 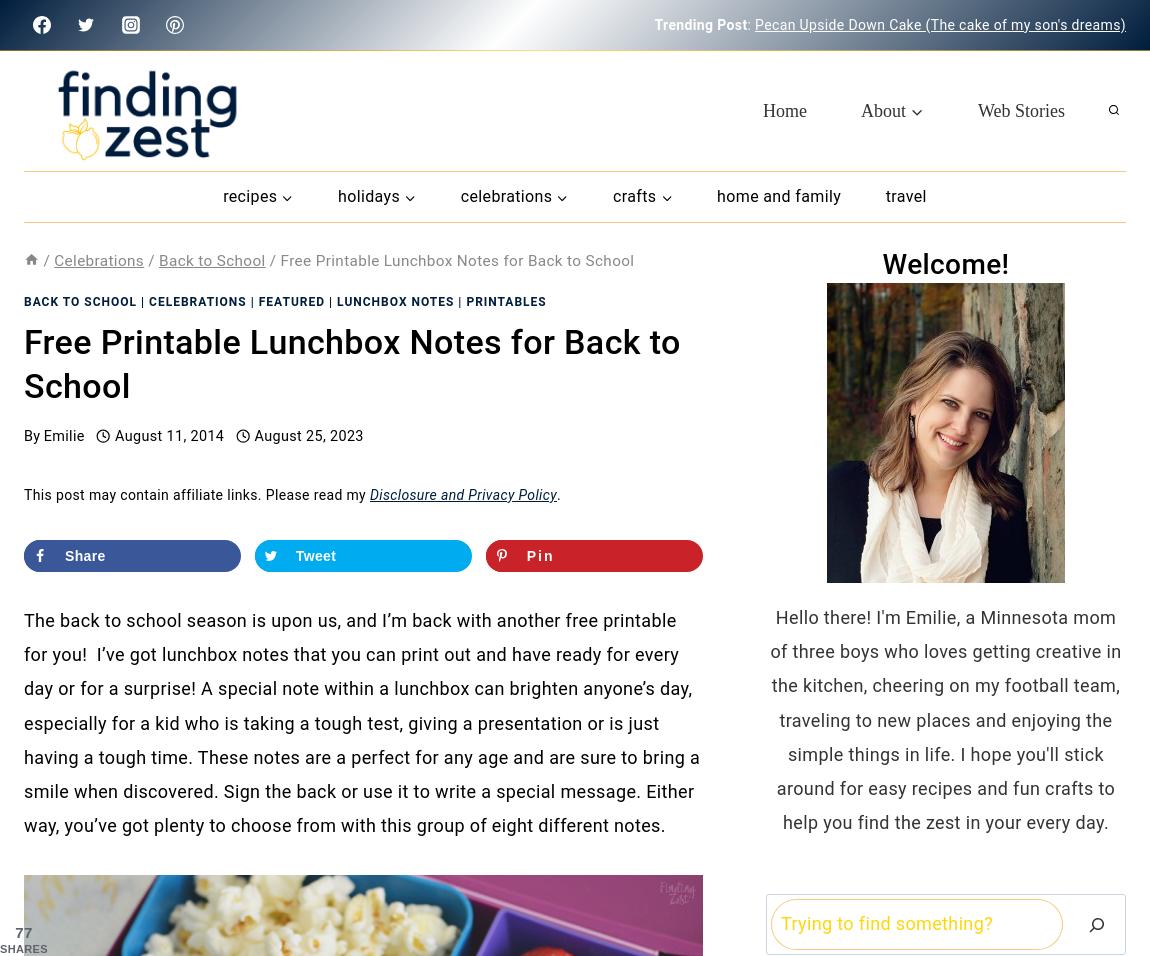 What do you see at coordinates (256, 300) in the screenshot?
I see `'Featured'` at bounding box center [256, 300].